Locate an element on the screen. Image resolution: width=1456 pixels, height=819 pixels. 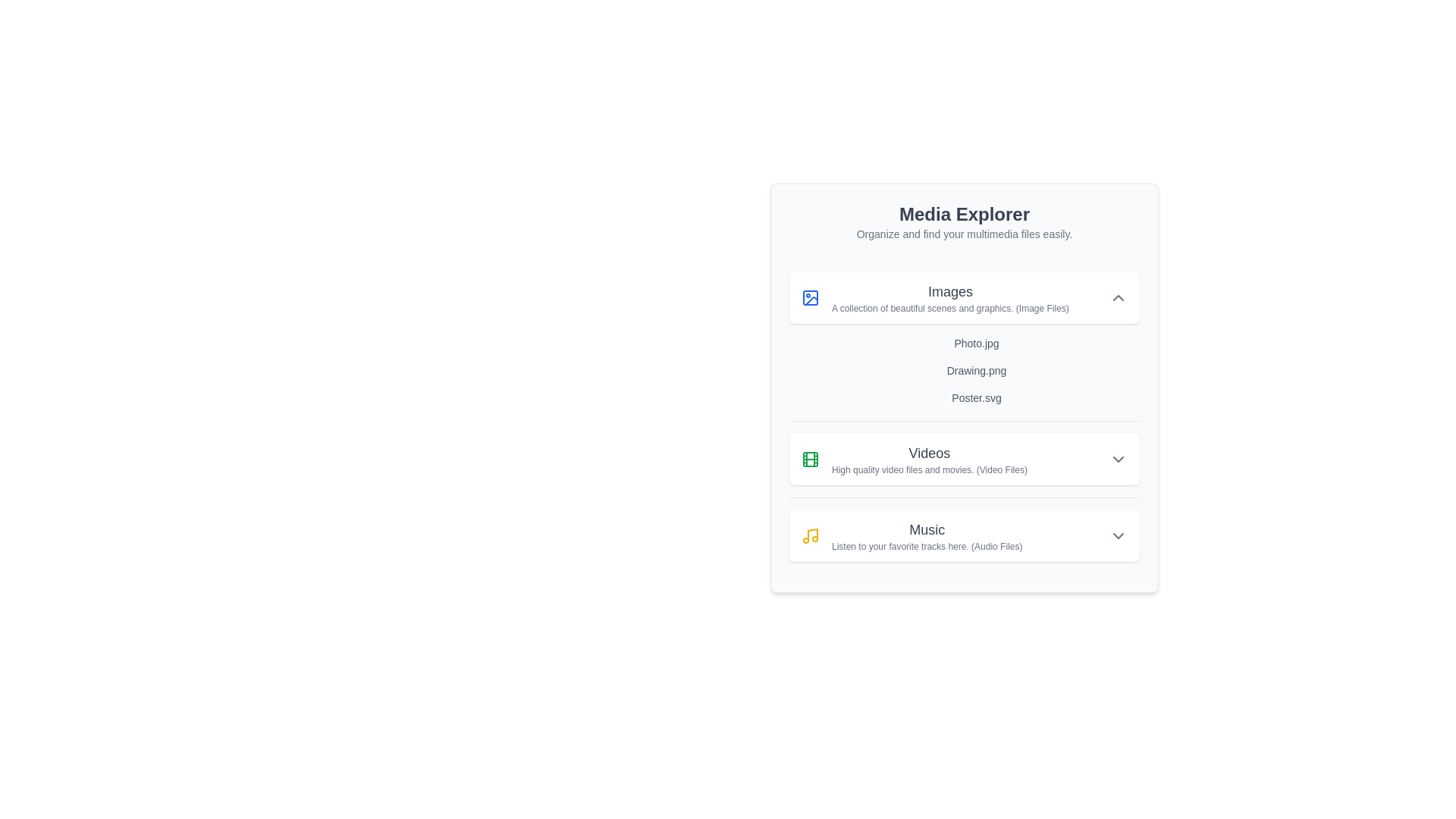
the 'Images' category element in the media exploration interface is located at coordinates (934, 298).